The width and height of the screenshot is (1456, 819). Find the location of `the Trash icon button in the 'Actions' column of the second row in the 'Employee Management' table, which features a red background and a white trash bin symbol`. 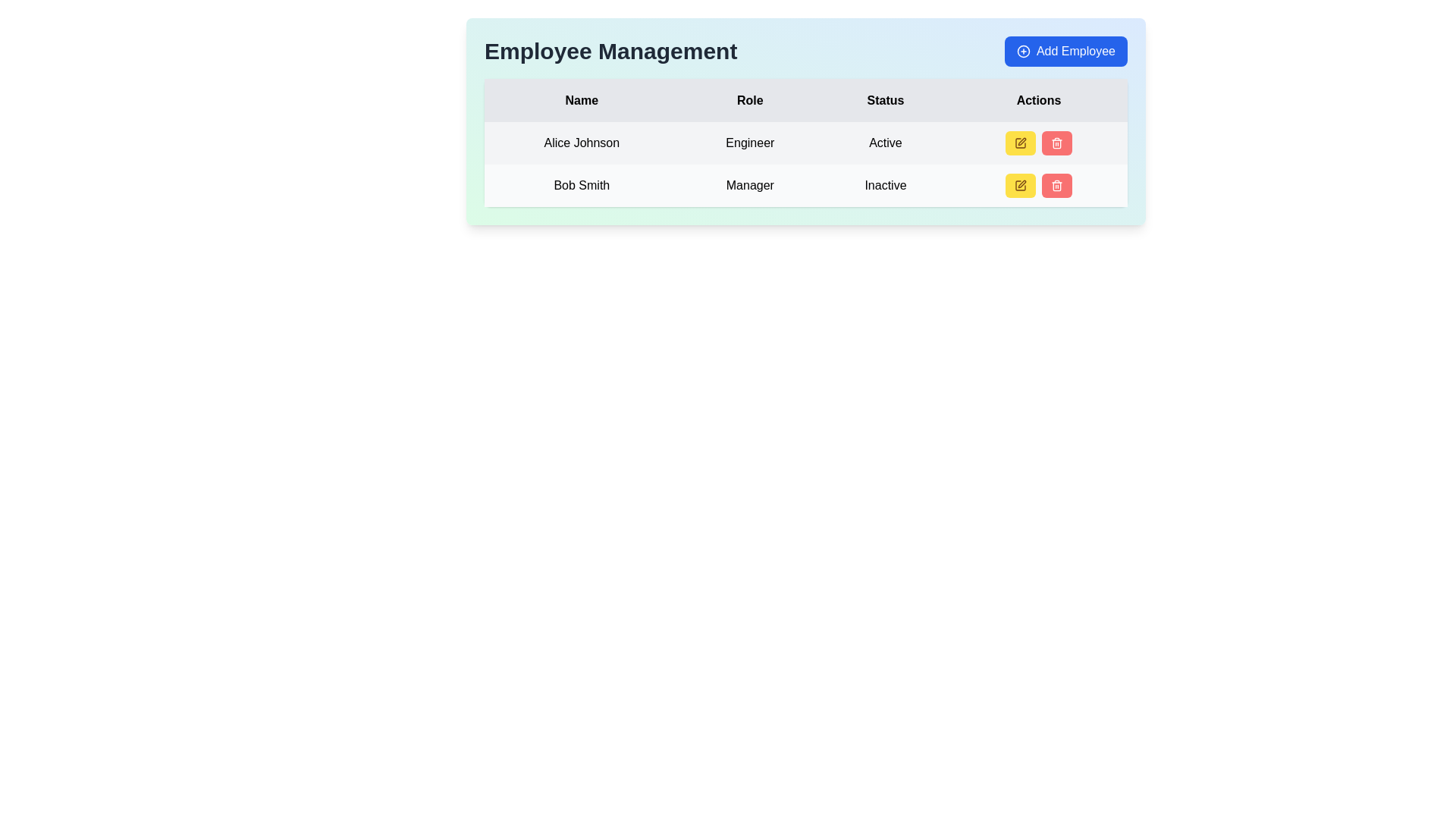

the Trash icon button in the 'Actions' column of the second row in the 'Employee Management' table, which features a red background and a white trash bin symbol is located at coordinates (1056, 185).